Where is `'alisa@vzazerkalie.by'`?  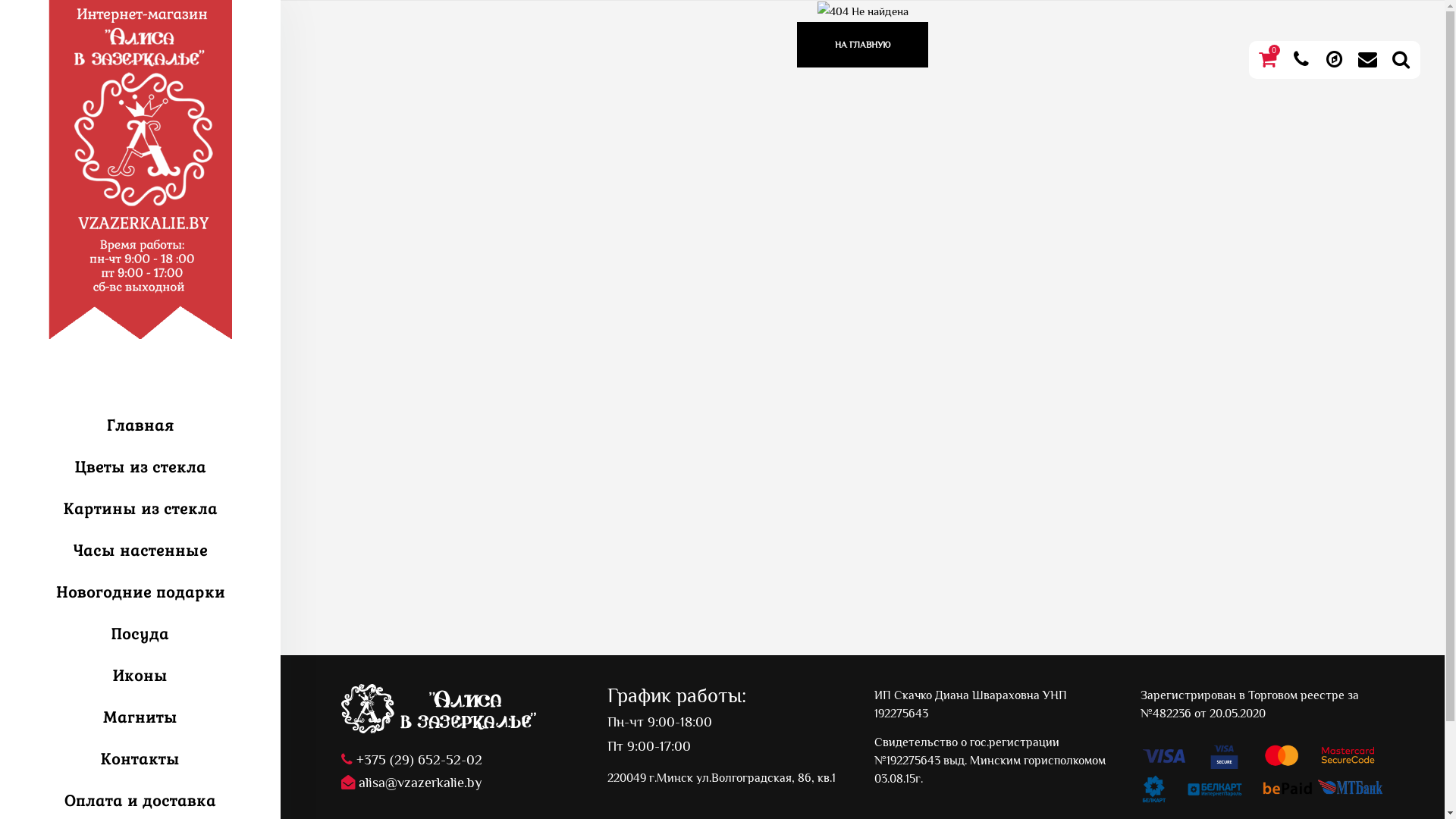
'alisa@vzazerkalie.by' is located at coordinates (340, 783).